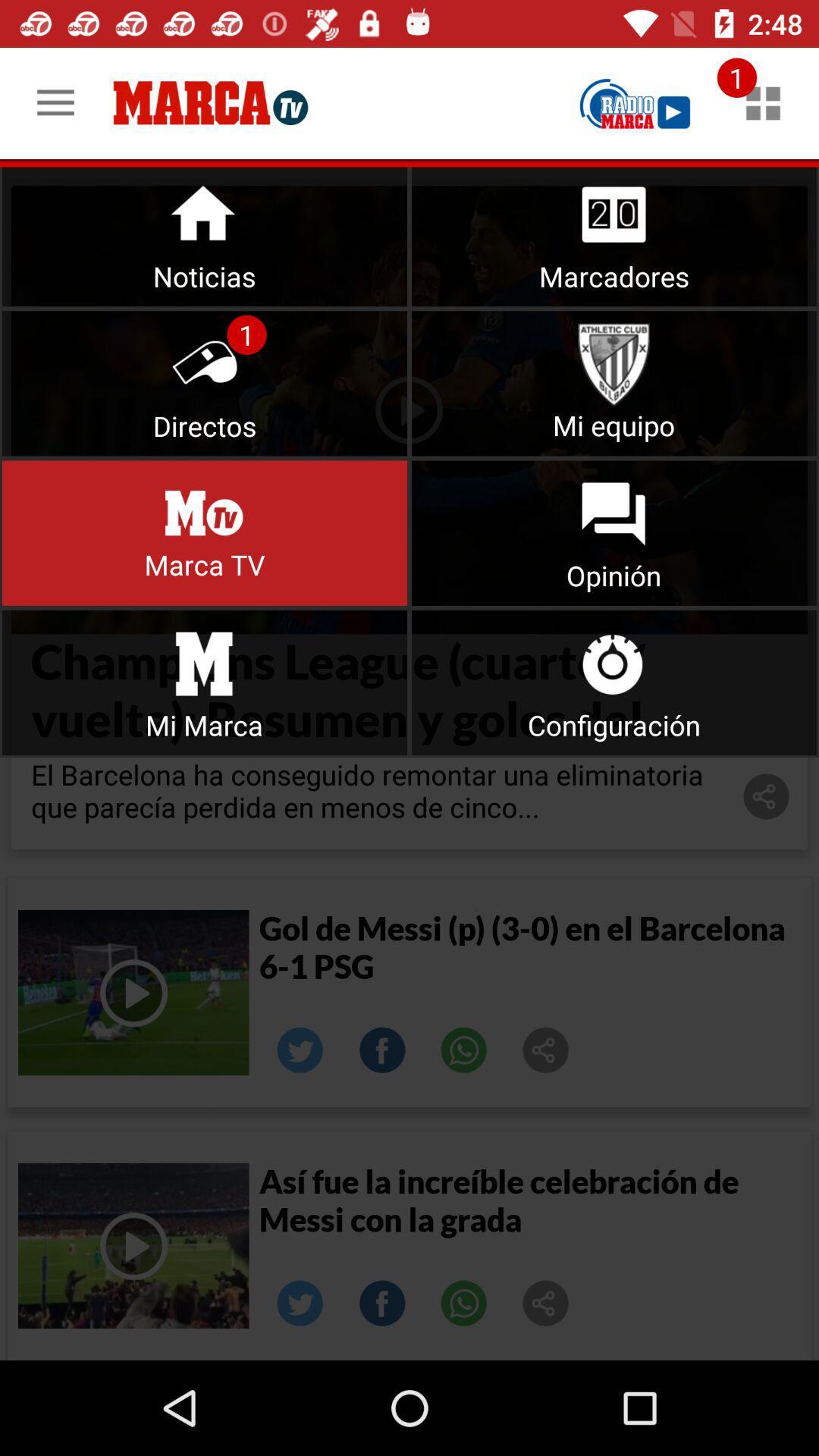 The width and height of the screenshot is (819, 1456). What do you see at coordinates (205, 533) in the screenshot?
I see `marca tv option` at bounding box center [205, 533].